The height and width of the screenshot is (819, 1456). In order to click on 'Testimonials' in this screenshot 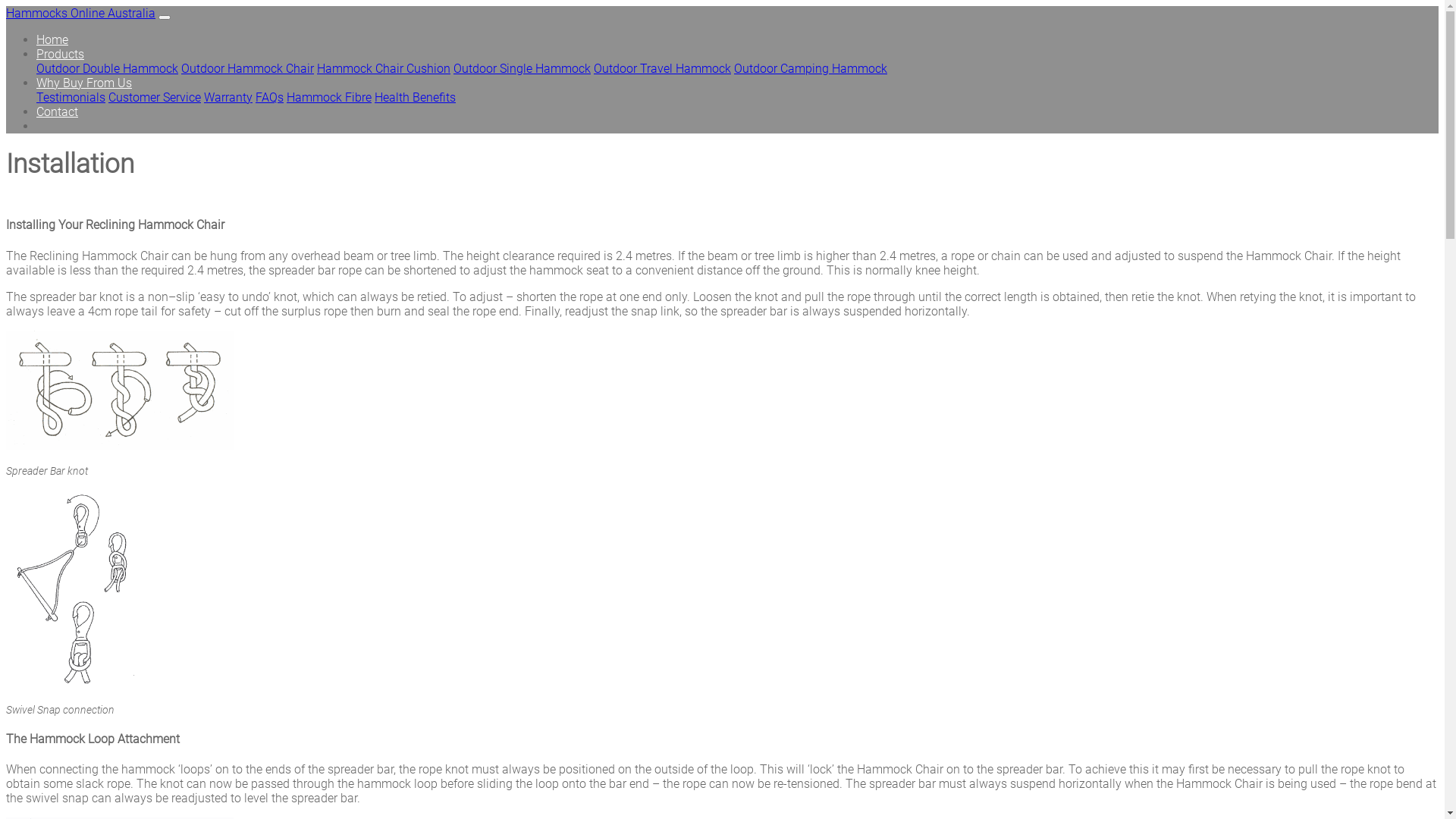, I will do `click(70, 97)`.